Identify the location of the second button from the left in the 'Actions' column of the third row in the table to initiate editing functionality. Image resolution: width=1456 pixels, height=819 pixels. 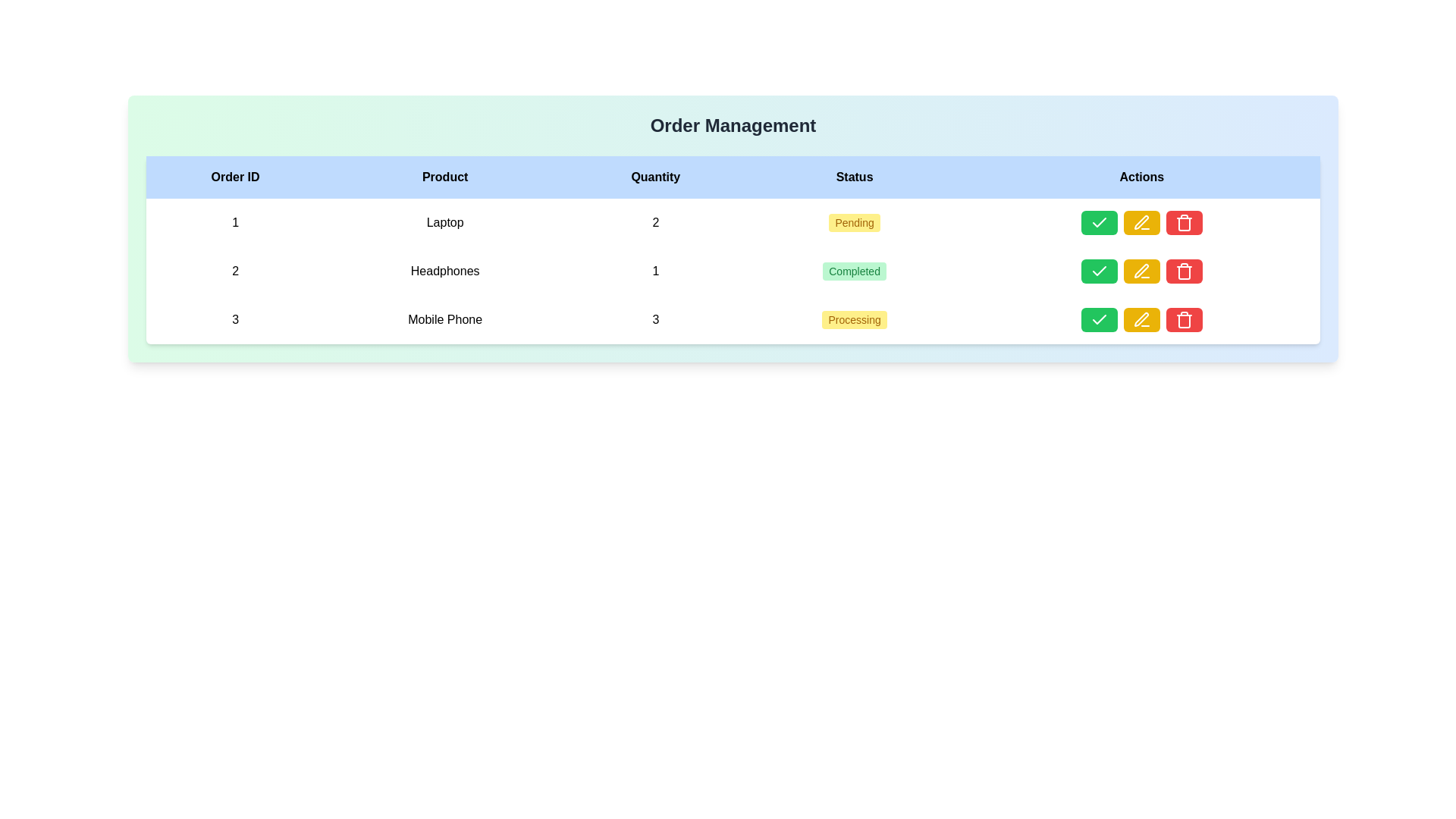
(1141, 318).